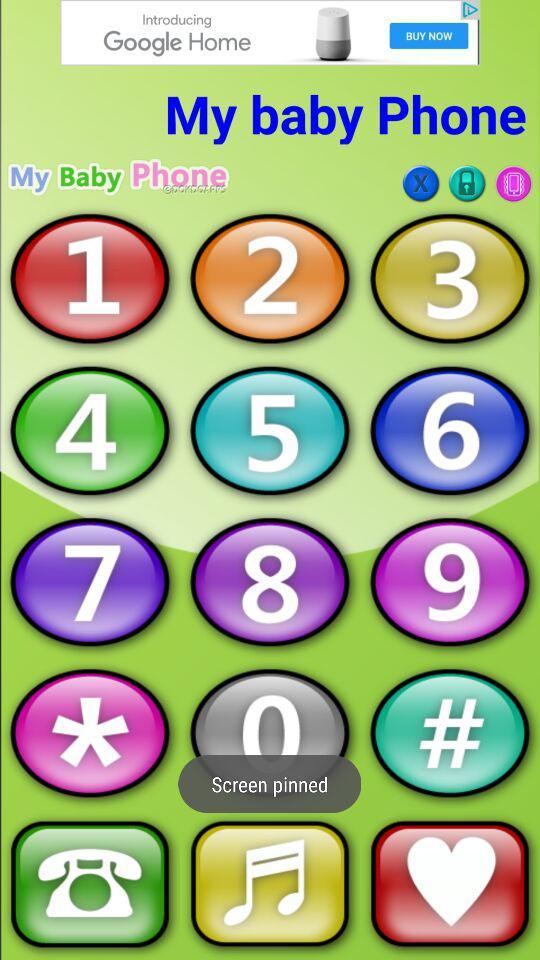 This screenshot has width=540, height=960. I want to click on the lock icon, so click(467, 183).